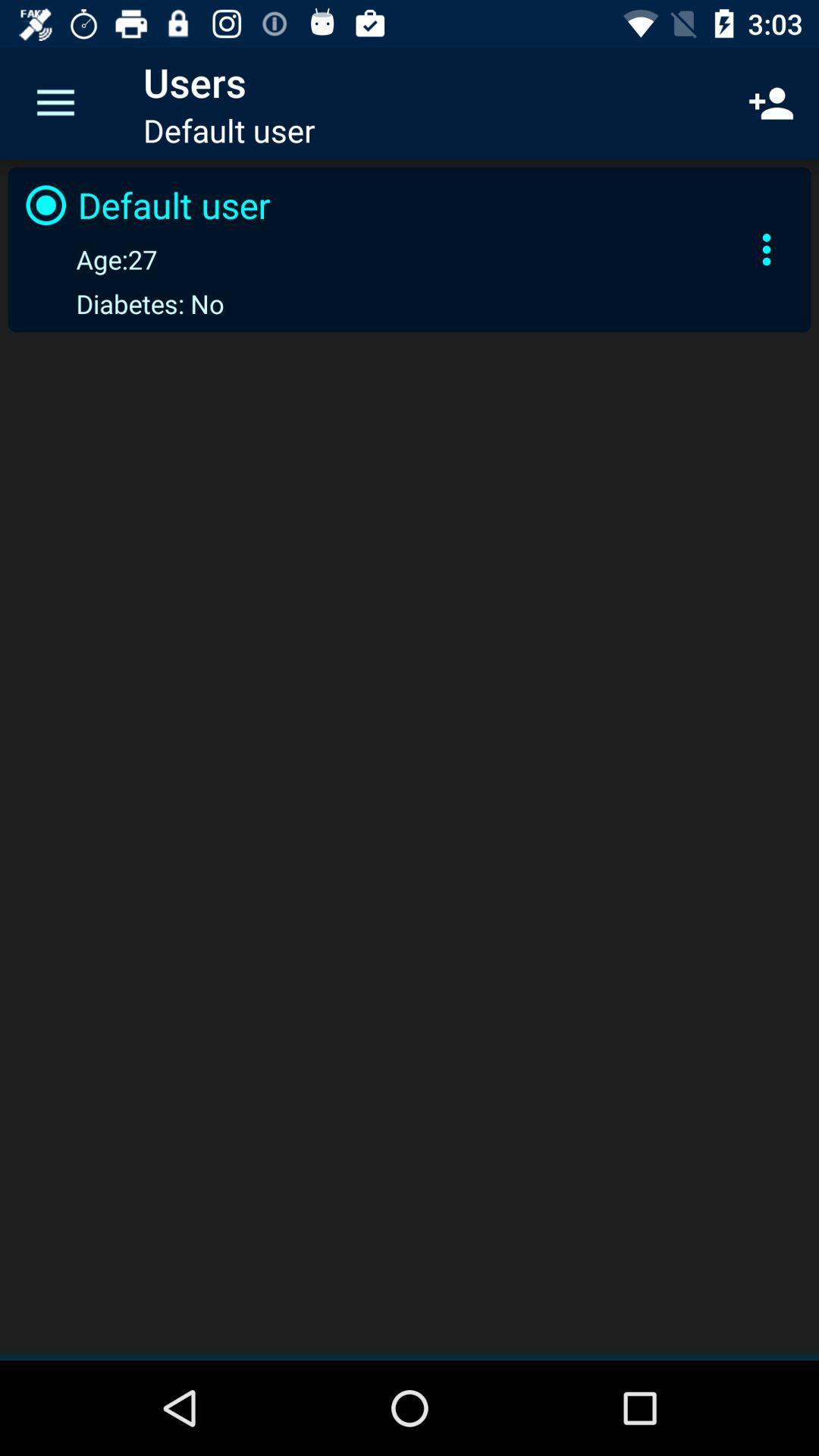 The image size is (819, 1456). What do you see at coordinates (55, 102) in the screenshot?
I see `item to the left of users icon` at bounding box center [55, 102].